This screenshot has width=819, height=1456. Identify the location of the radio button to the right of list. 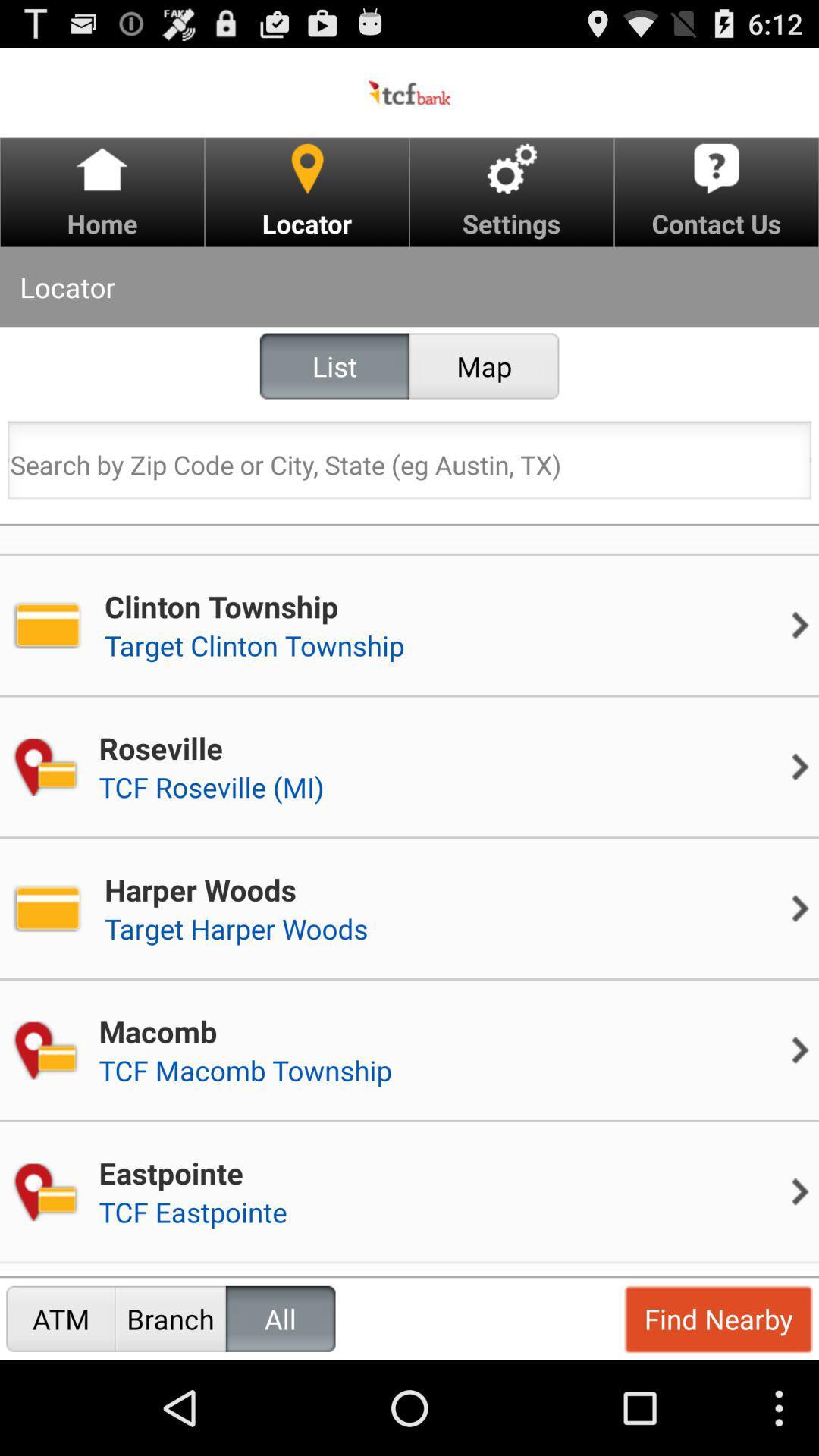
(484, 366).